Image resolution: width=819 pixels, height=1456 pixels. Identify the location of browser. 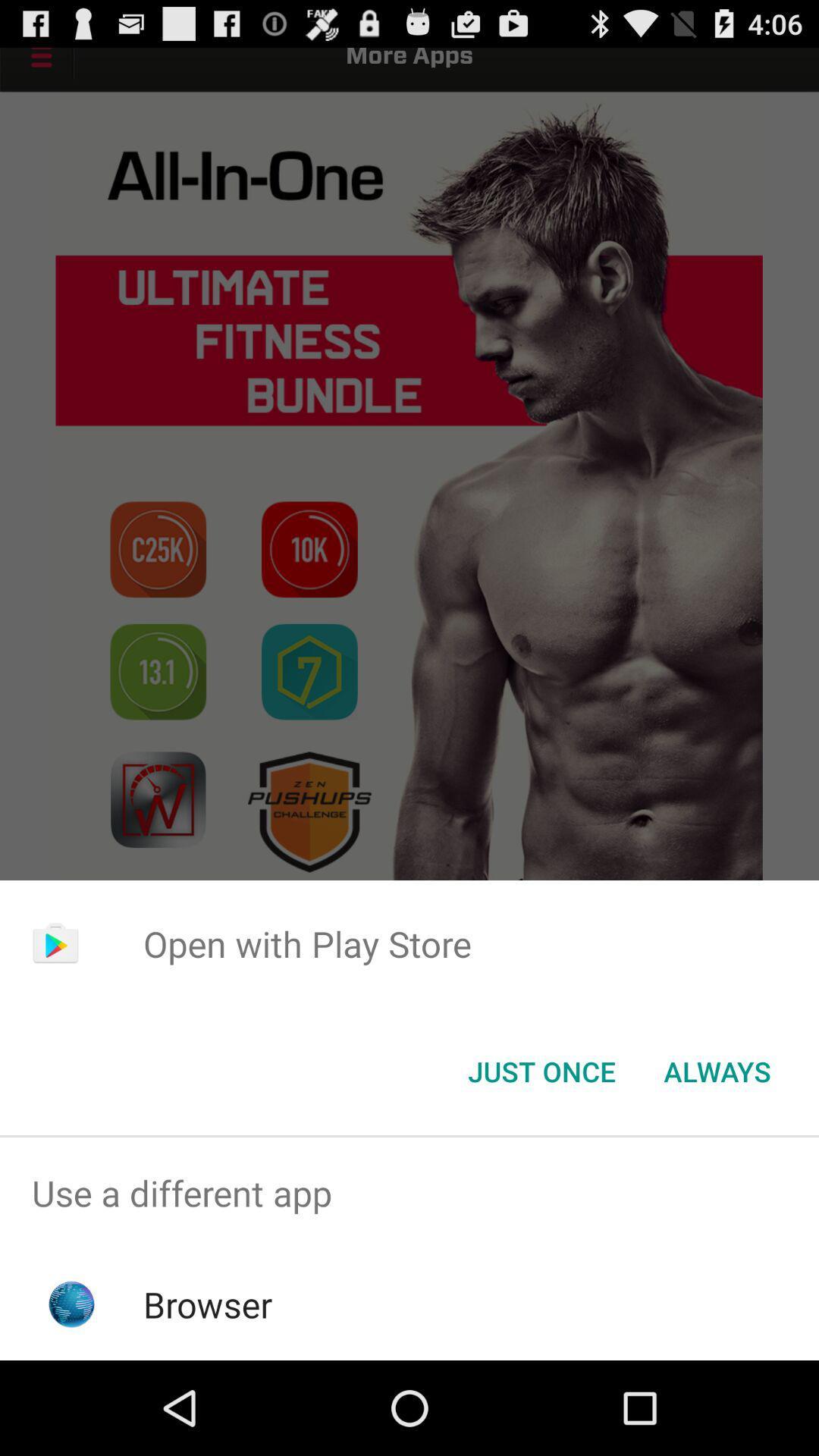
(208, 1304).